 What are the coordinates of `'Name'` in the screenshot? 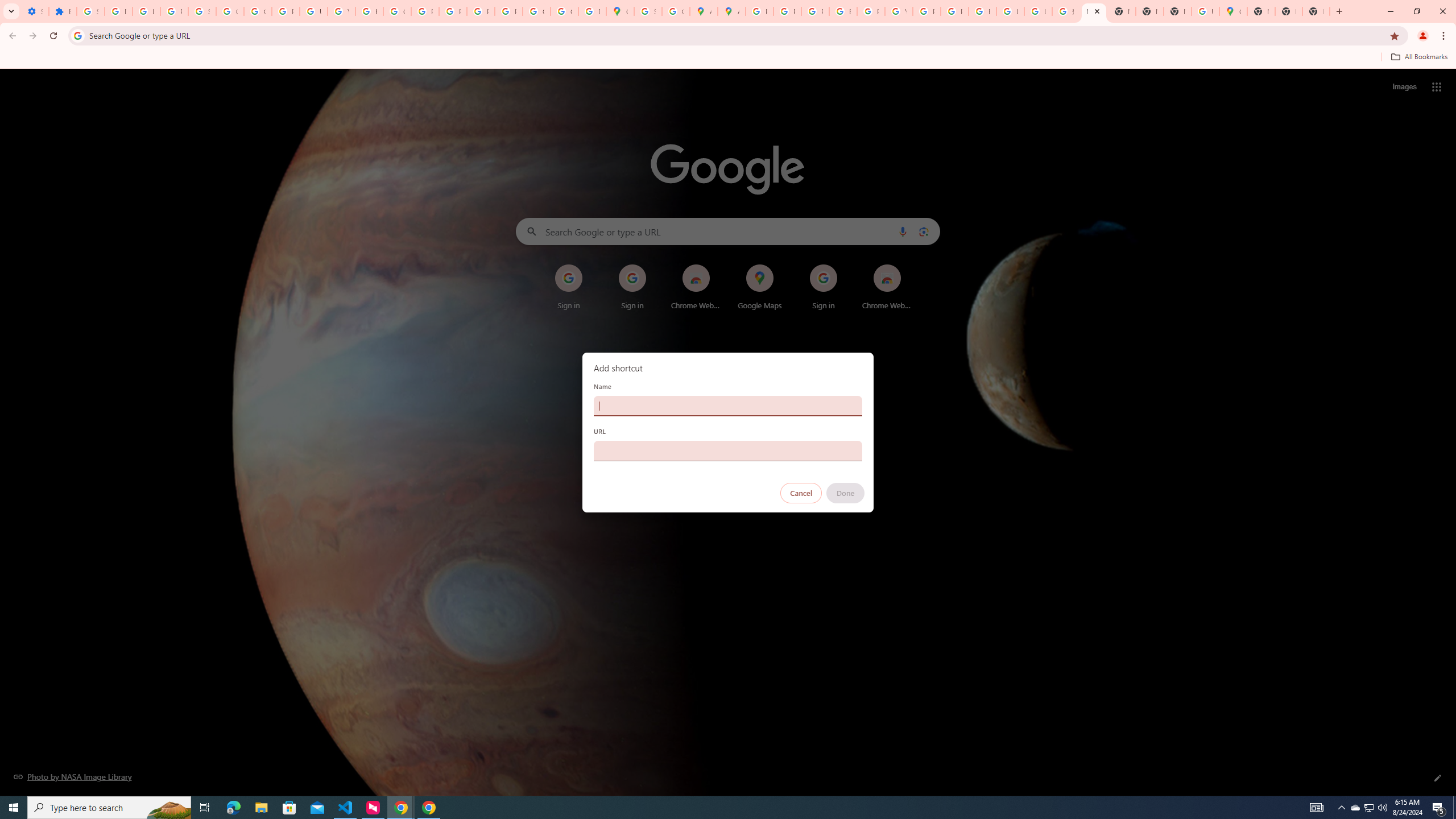 It's located at (728, 405).